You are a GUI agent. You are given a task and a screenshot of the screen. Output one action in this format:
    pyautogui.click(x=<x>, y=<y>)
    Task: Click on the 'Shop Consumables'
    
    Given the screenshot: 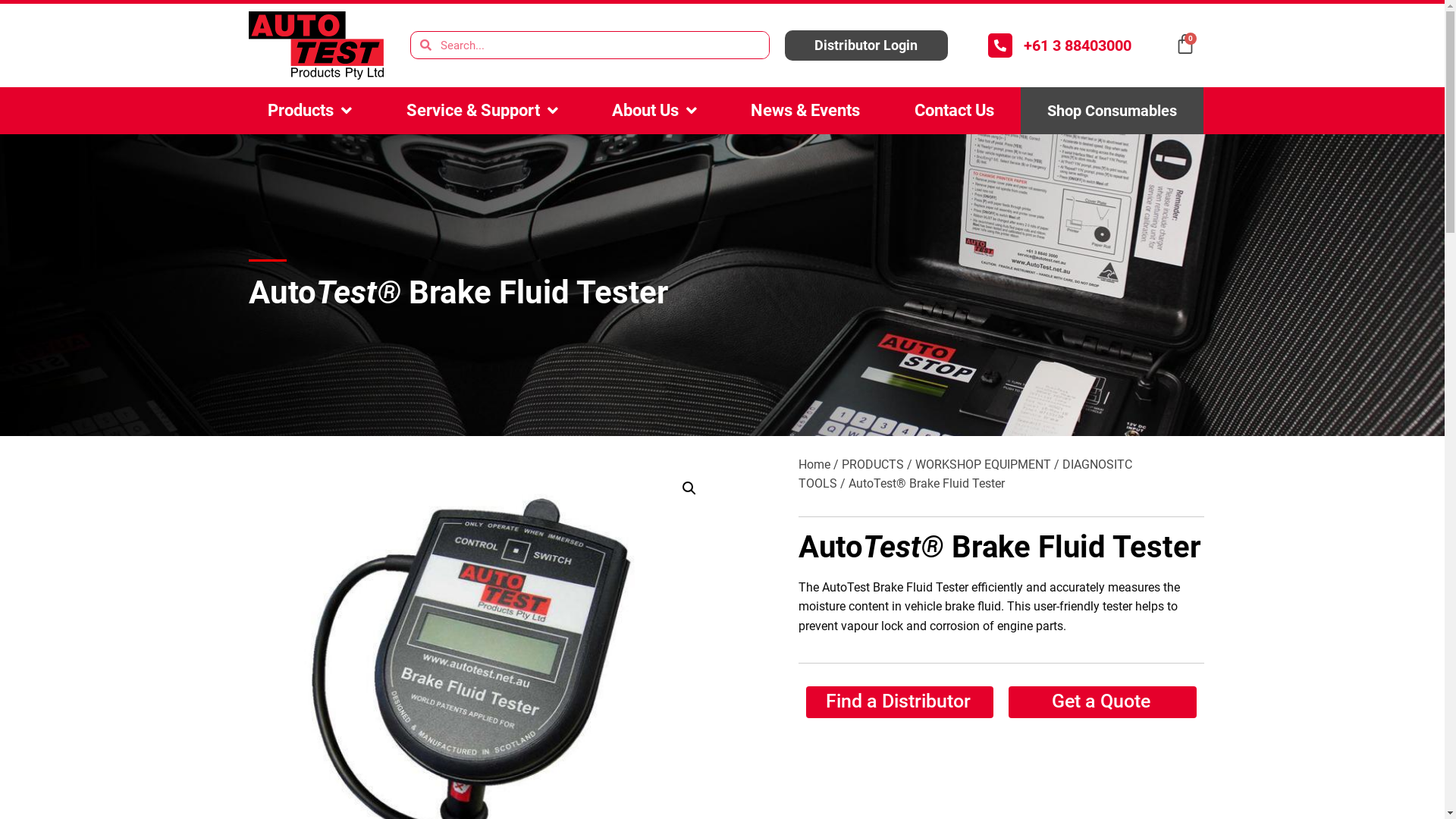 What is the action you would take?
    pyautogui.click(x=1112, y=110)
    